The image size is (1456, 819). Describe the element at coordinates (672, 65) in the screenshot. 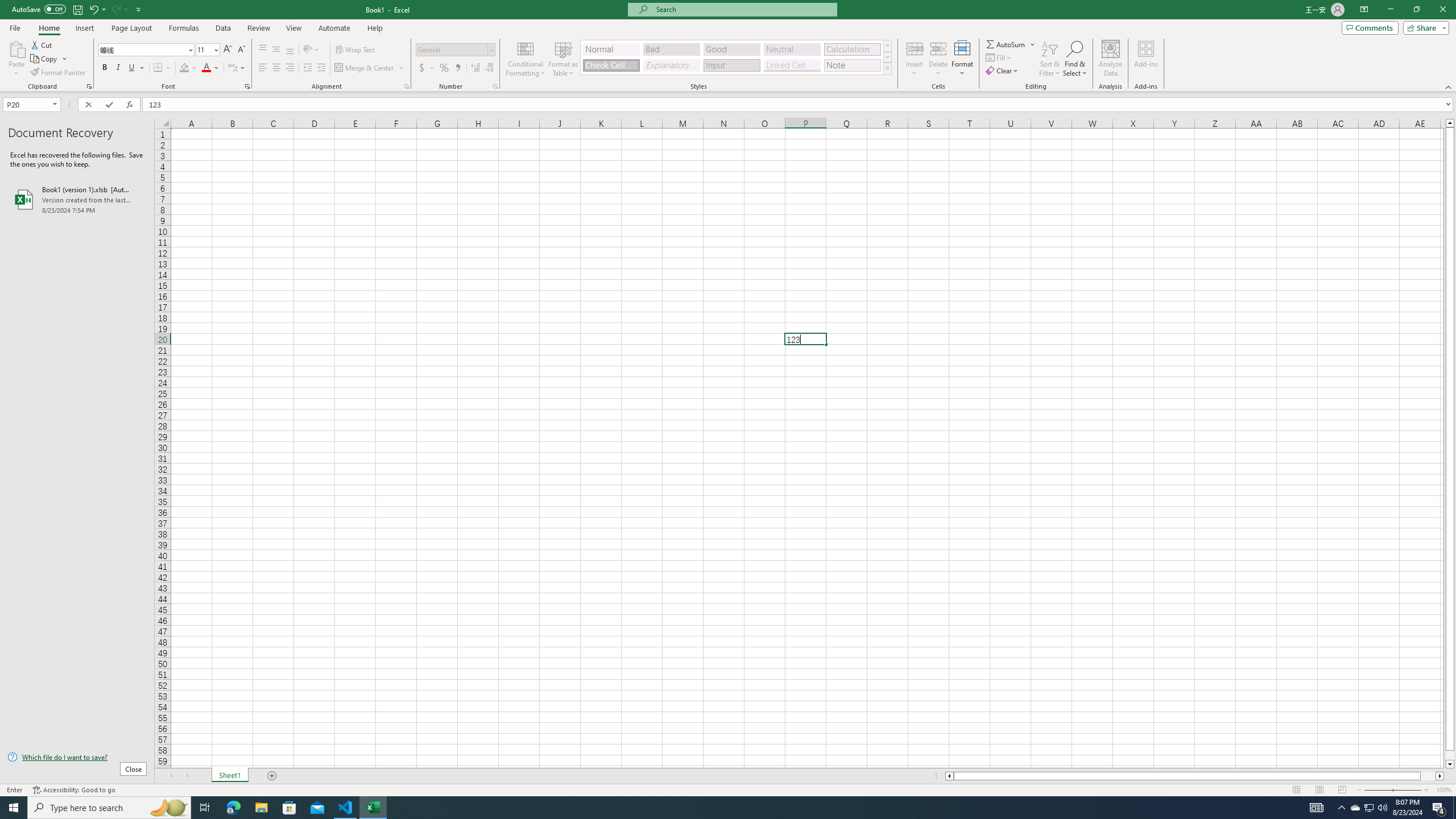

I see `'Explanatory Text'` at that location.